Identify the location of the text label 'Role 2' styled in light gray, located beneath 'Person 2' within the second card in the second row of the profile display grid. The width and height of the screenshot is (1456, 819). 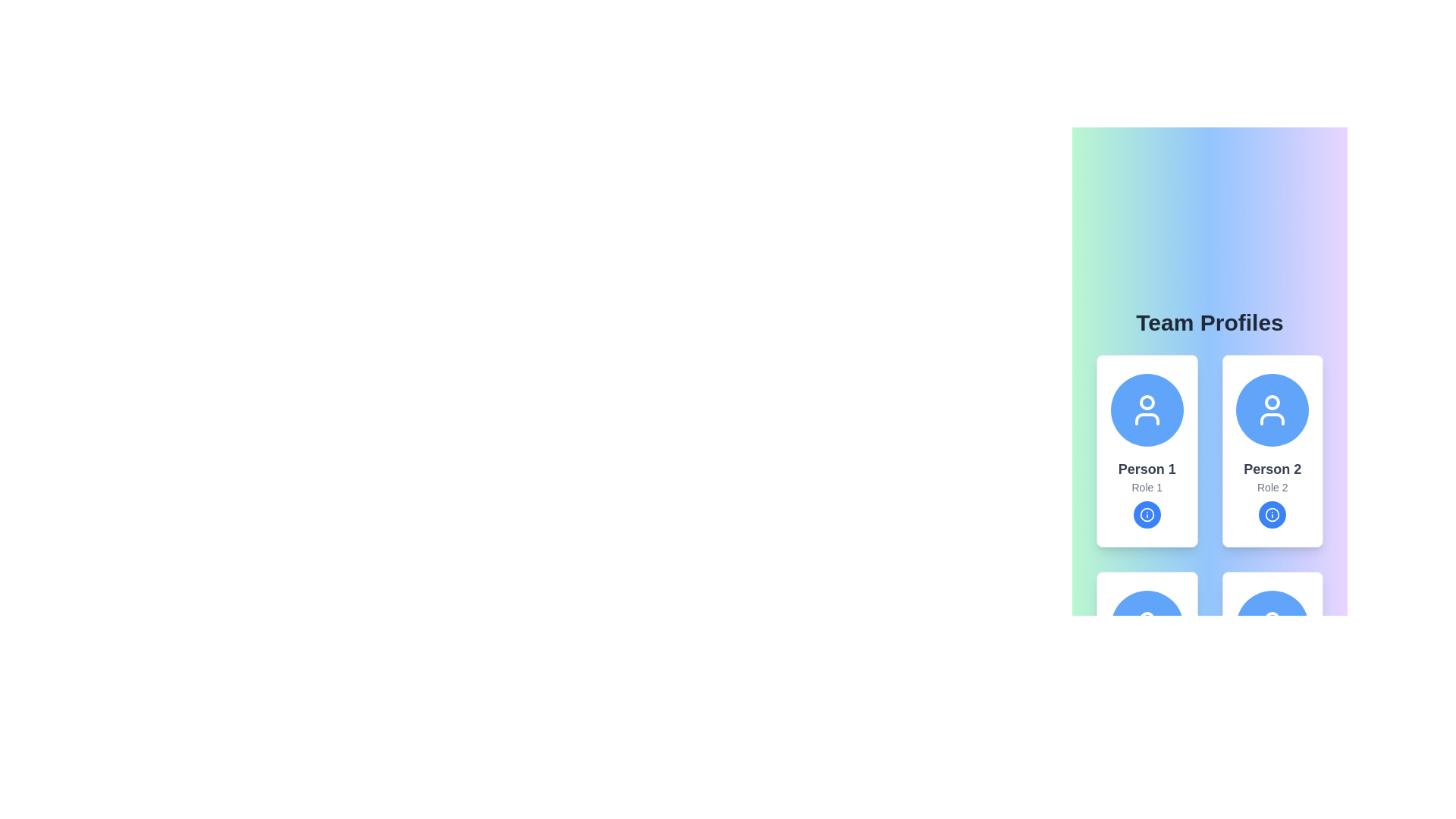
(1272, 488).